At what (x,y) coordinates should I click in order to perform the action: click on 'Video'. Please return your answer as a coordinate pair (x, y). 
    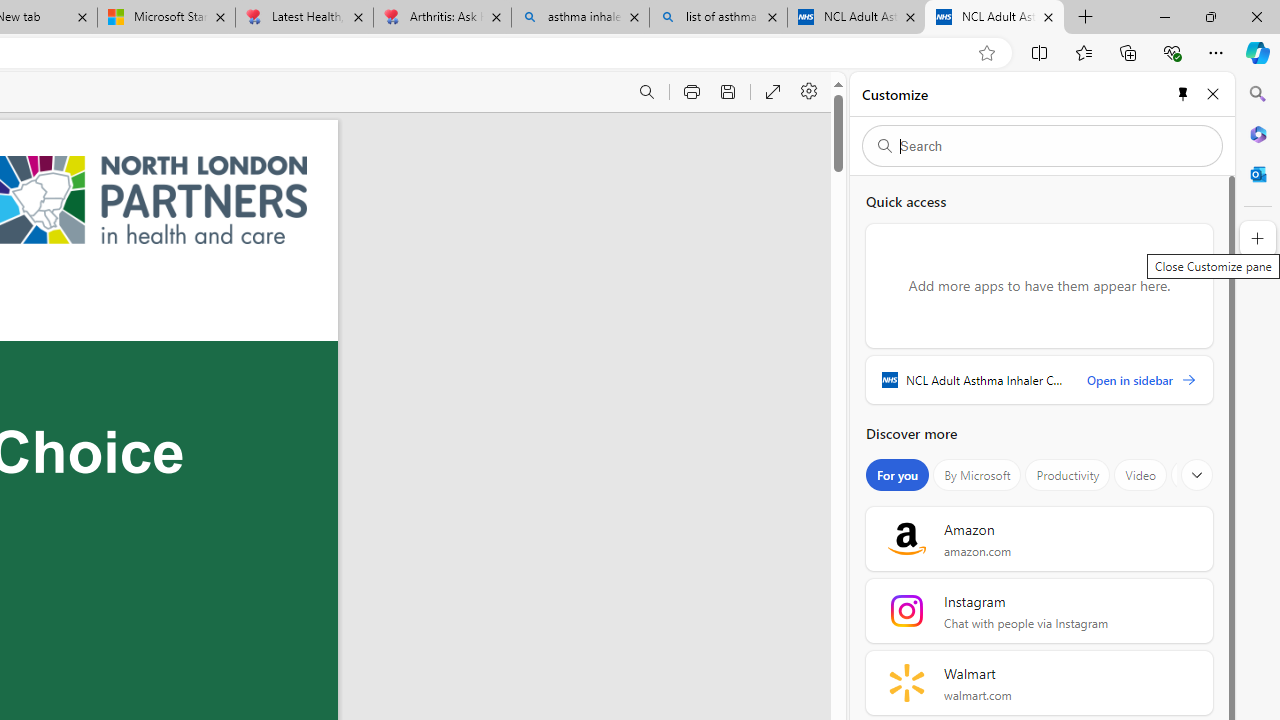
    Looking at the image, I should click on (1140, 475).